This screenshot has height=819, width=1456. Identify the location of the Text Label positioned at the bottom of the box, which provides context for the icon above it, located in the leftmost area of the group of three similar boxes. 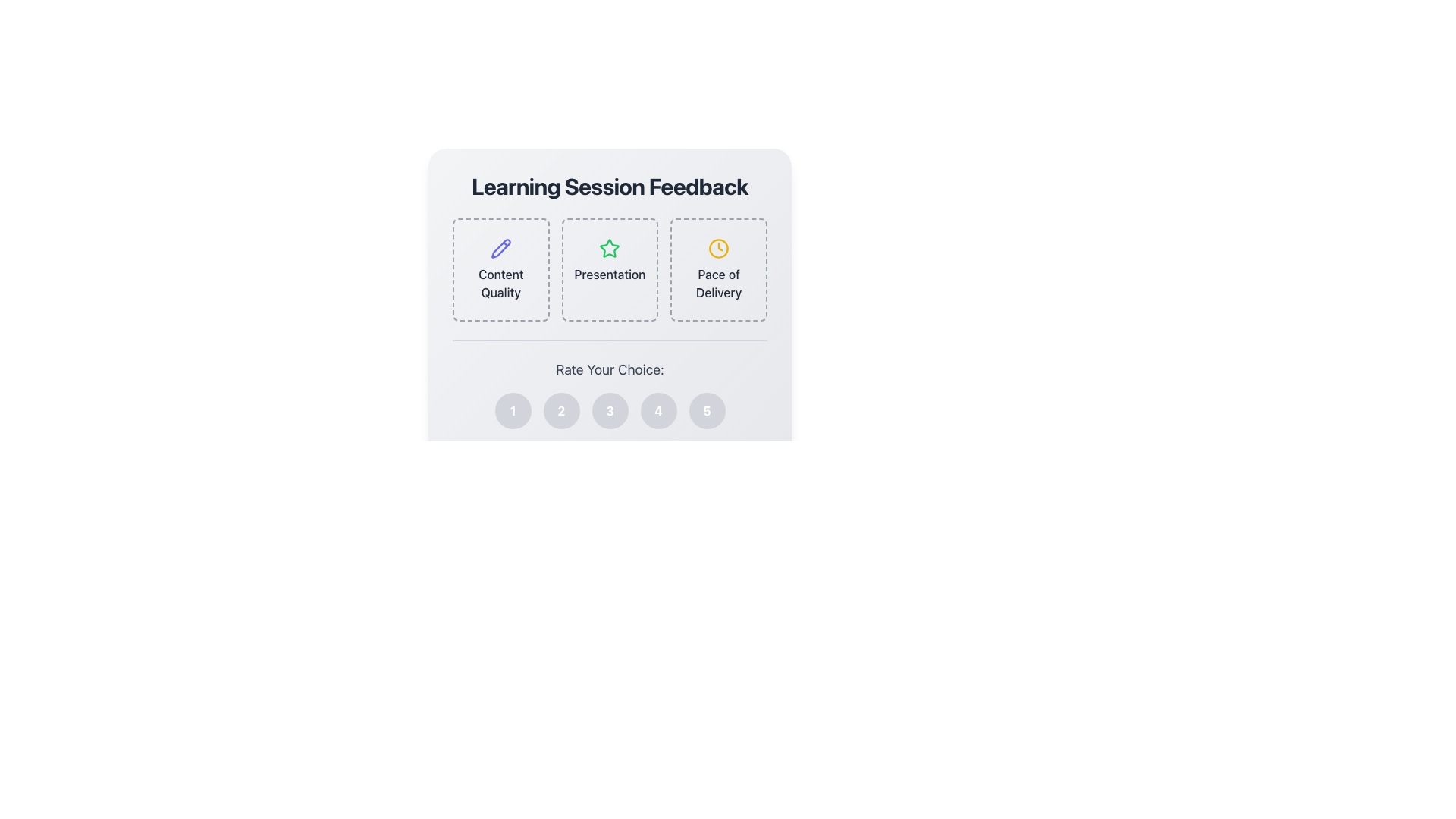
(500, 284).